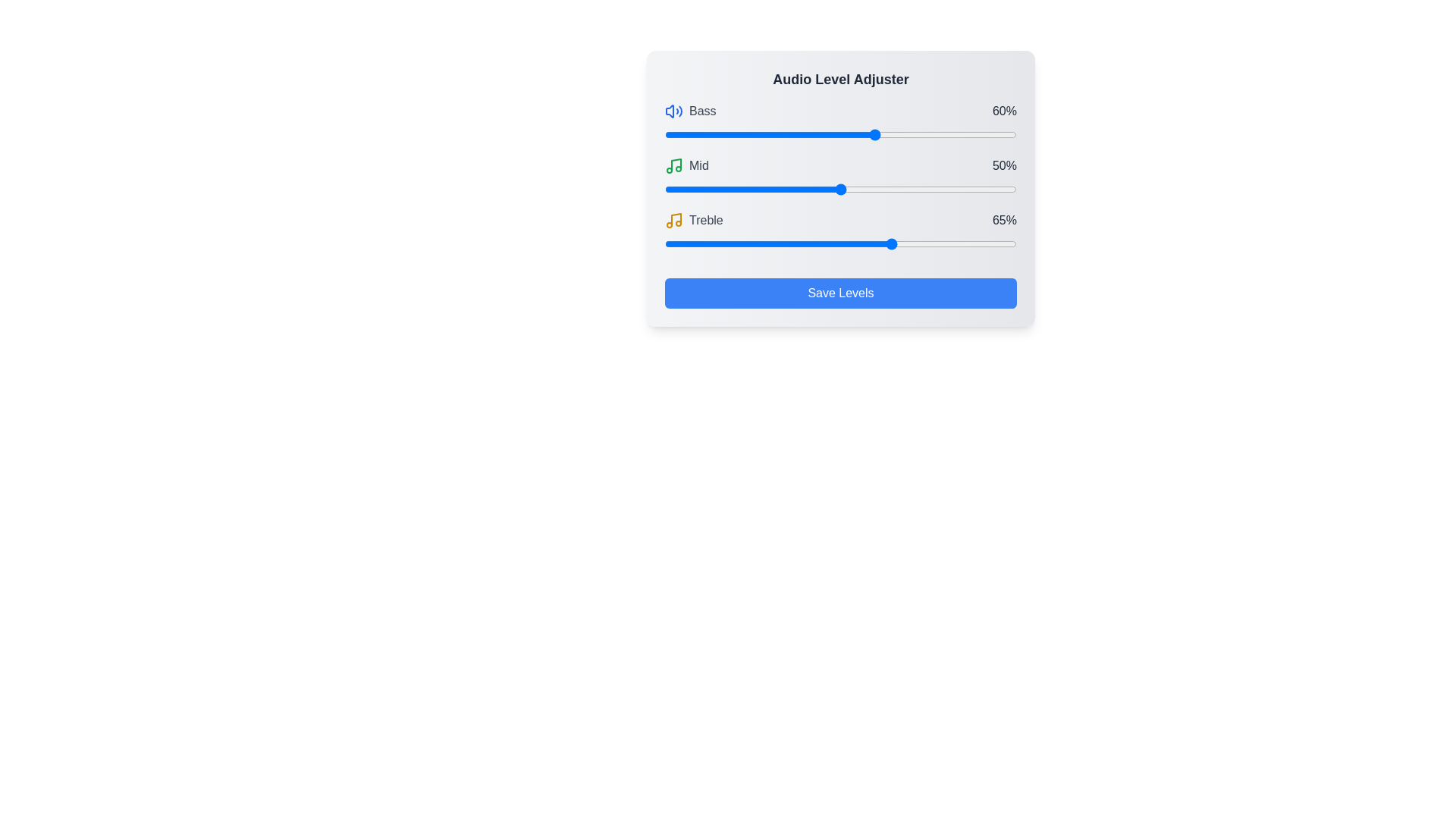  What do you see at coordinates (872, 243) in the screenshot?
I see `the slider` at bounding box center [872, 243].